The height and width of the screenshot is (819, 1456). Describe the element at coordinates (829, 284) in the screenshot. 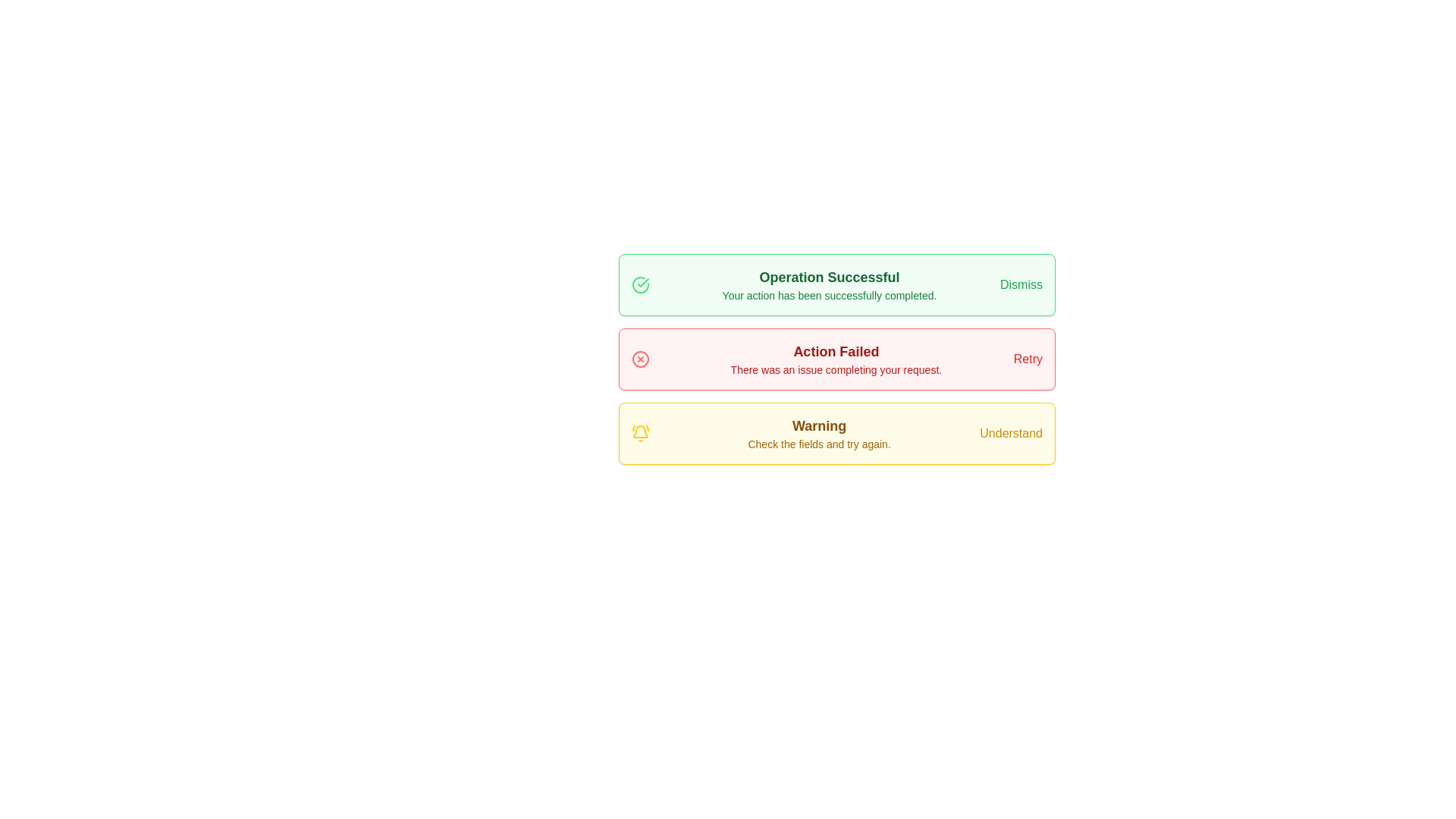

I see `status notification message confirming the successful operation, which is located within the green banner at the top of the list of similar status banners` at that location.